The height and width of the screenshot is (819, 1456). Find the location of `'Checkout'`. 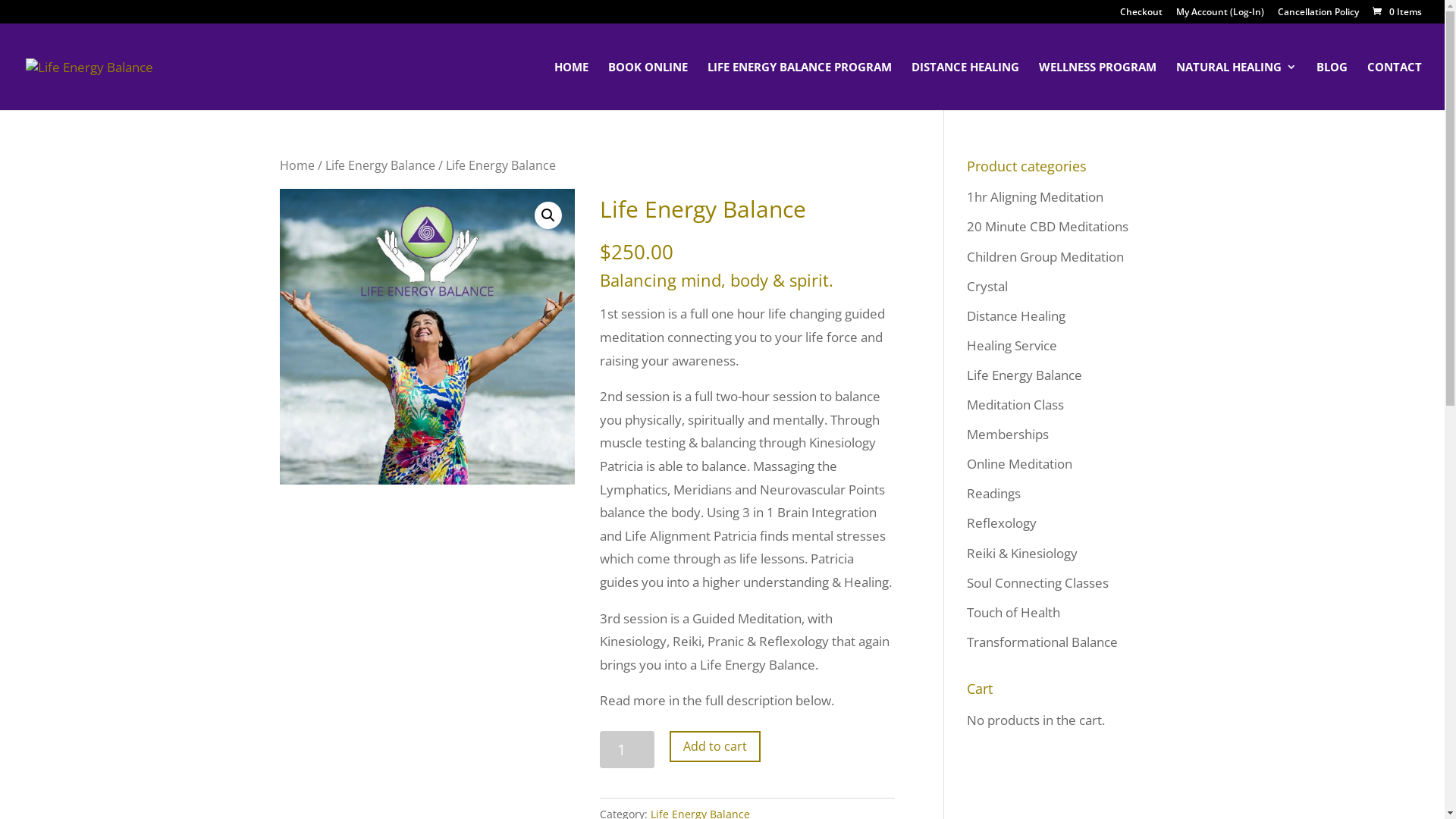

'Checkout' is located at coordinates (1141, 15).